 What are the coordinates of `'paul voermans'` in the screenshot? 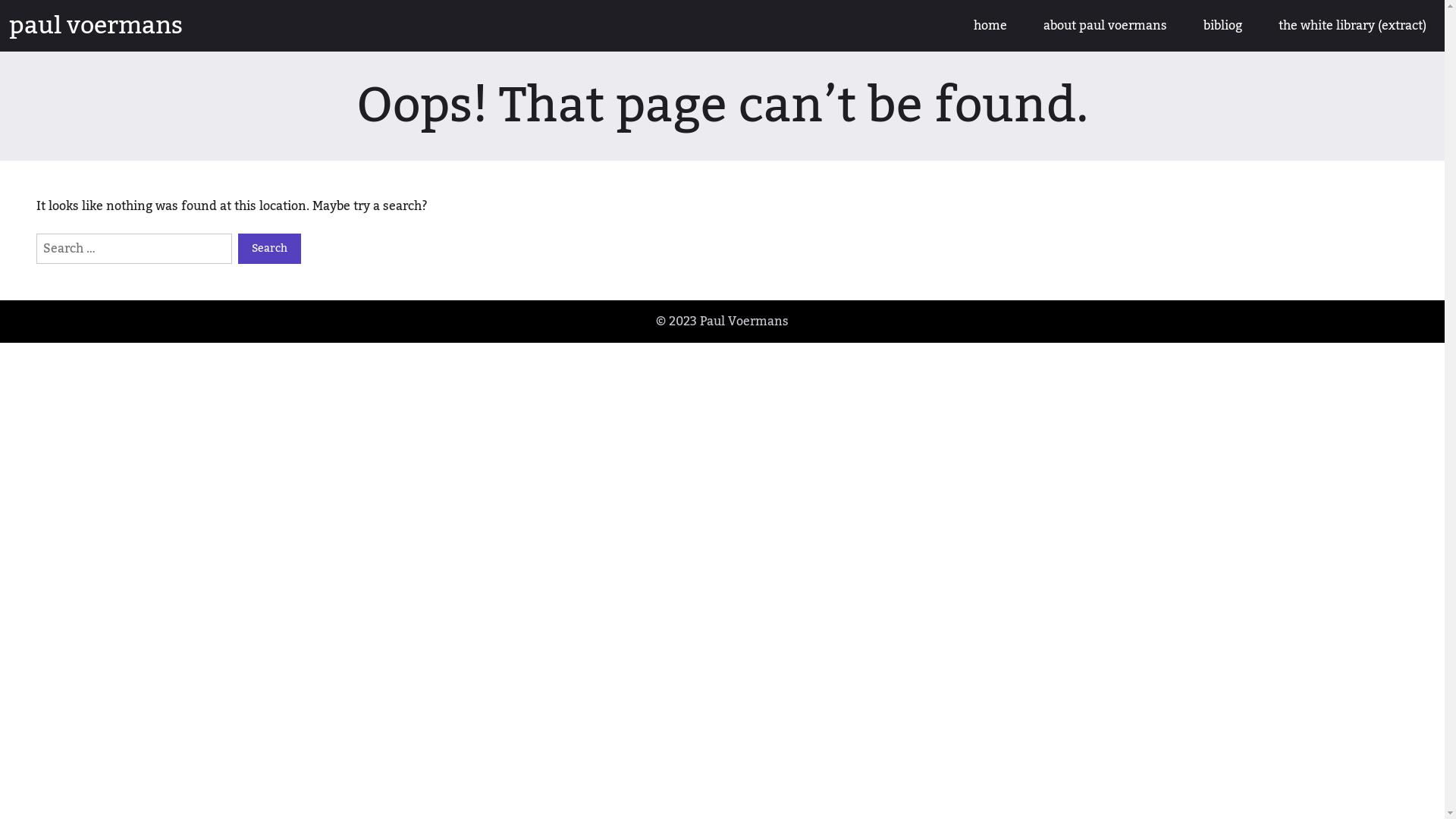 It's located at (95, 26).